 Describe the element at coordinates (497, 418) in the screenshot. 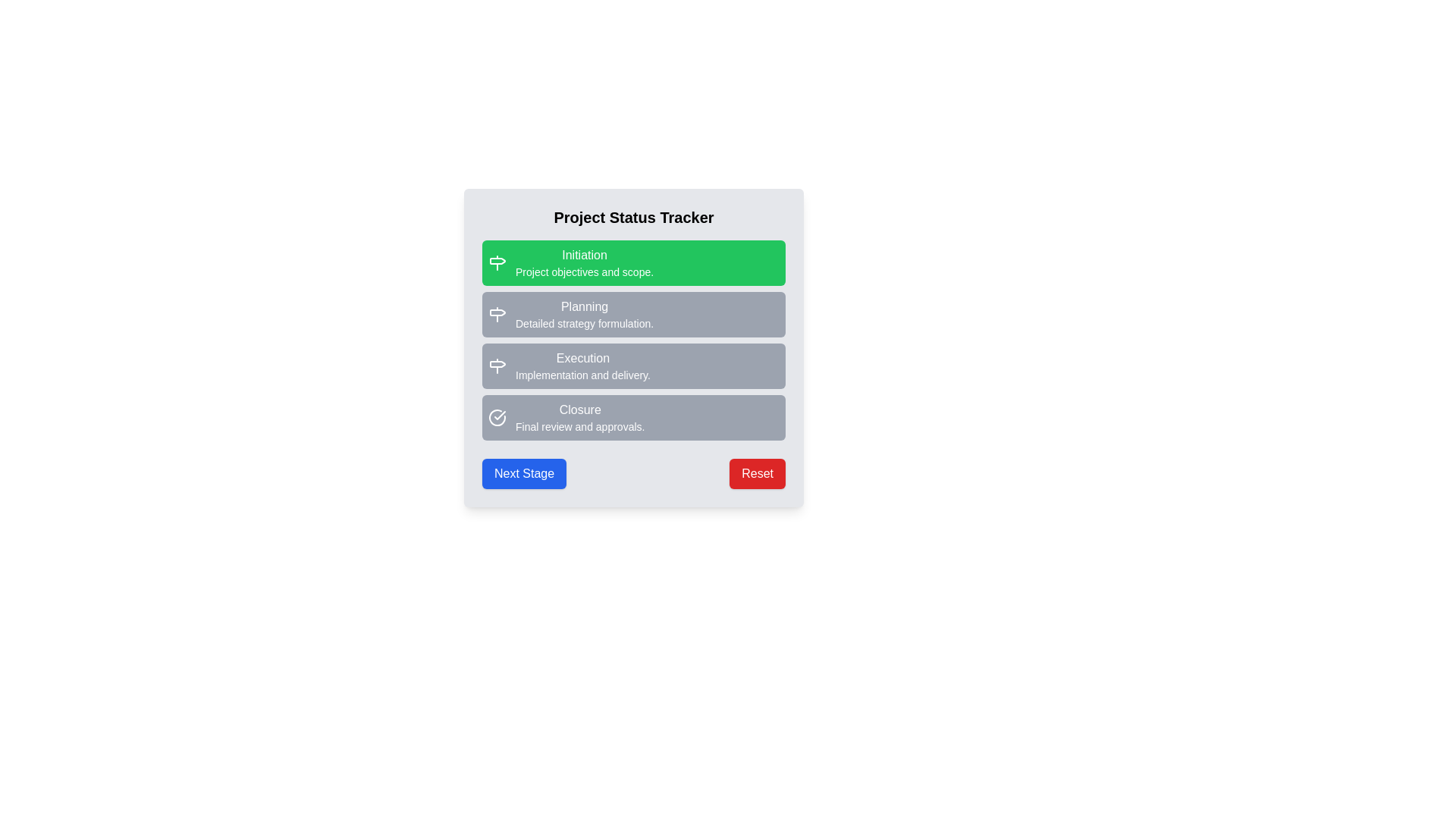

I see `the circular checkmark icon located within the light gray button of the 'Closure' section in the progress tracker UI` at that location.